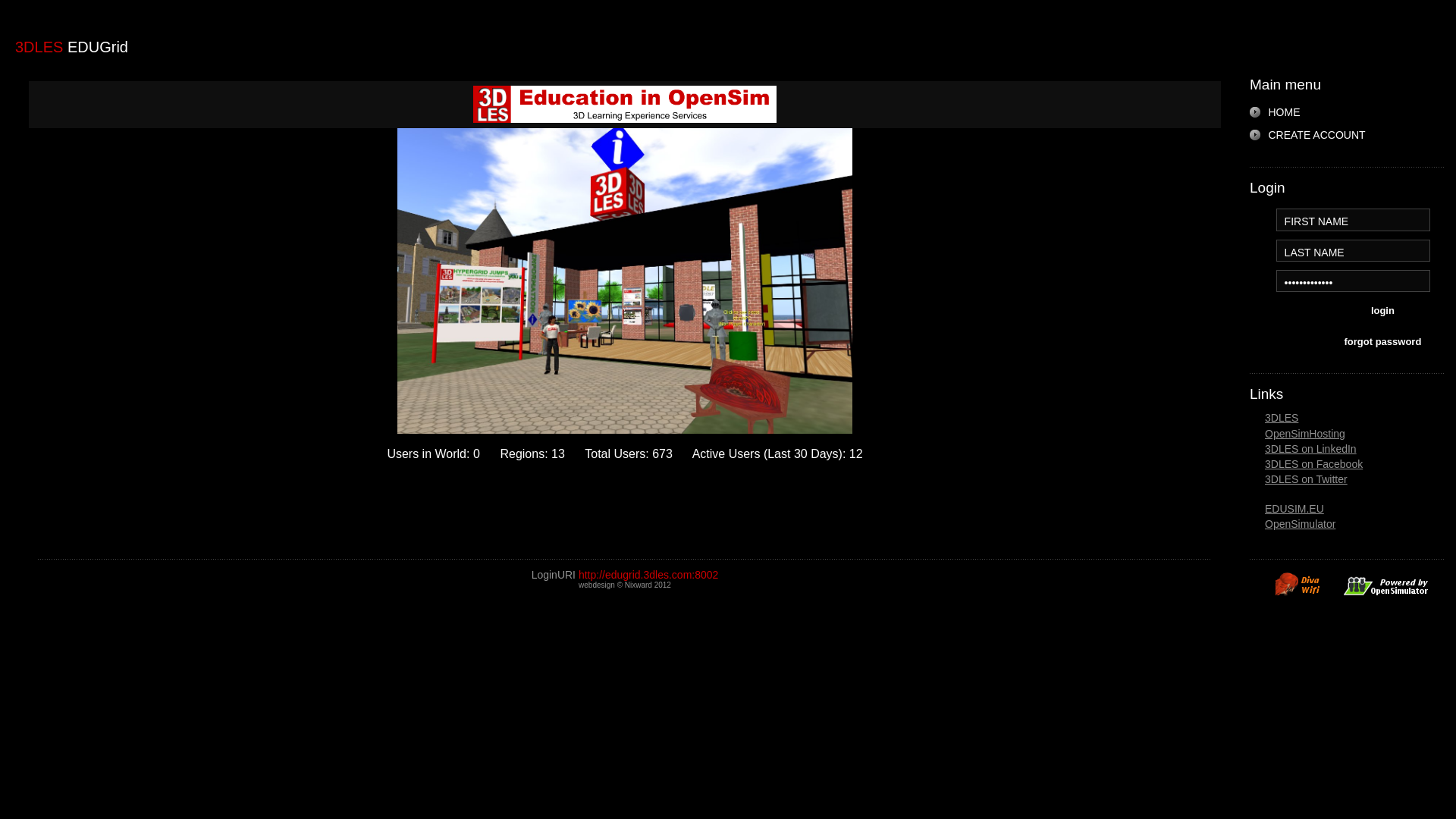  I want to click on '3DLES on Facebook', so click(1313, 463).